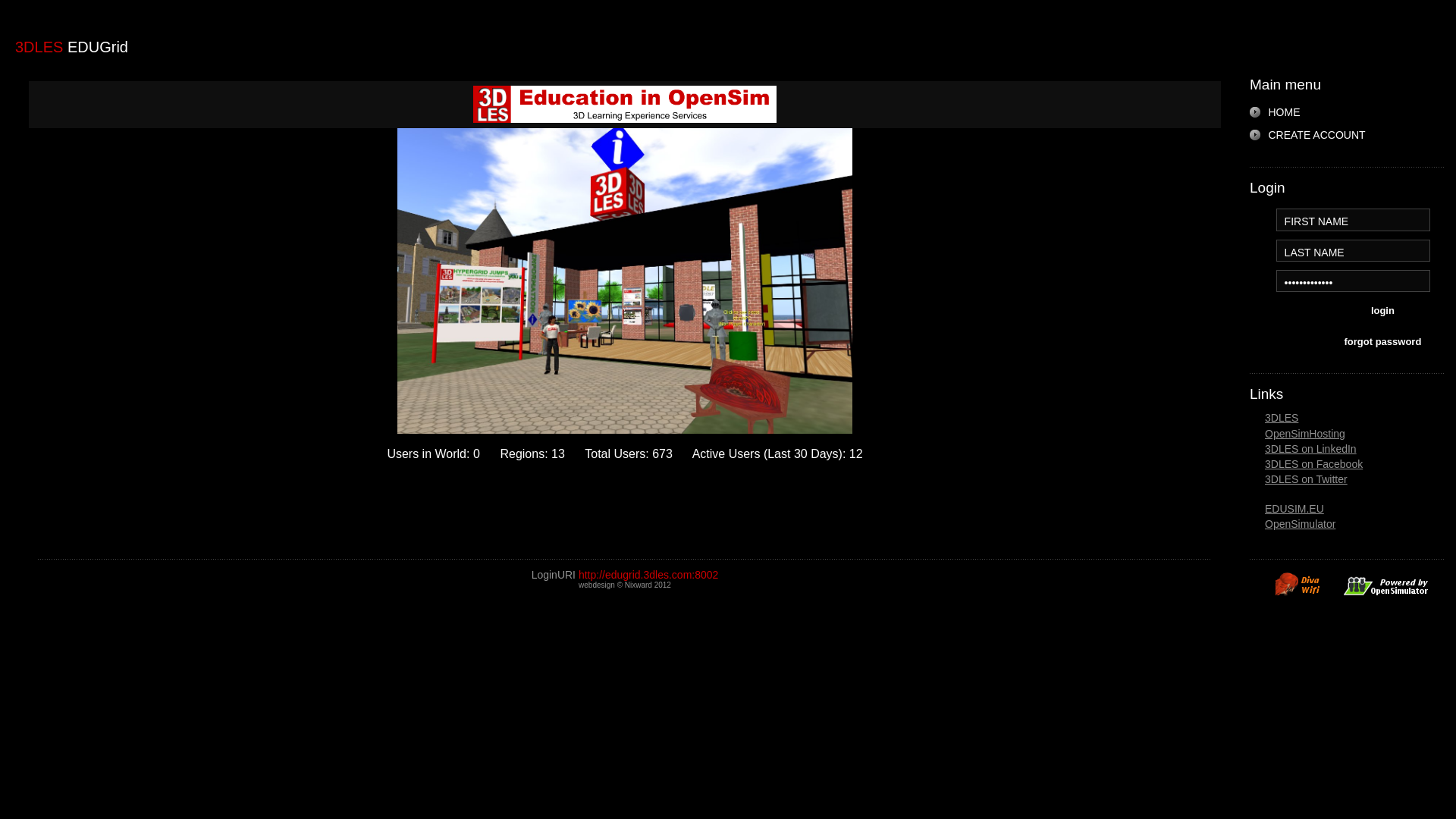  I want to click on '3DLES on Facebook', so click(1313, 463).